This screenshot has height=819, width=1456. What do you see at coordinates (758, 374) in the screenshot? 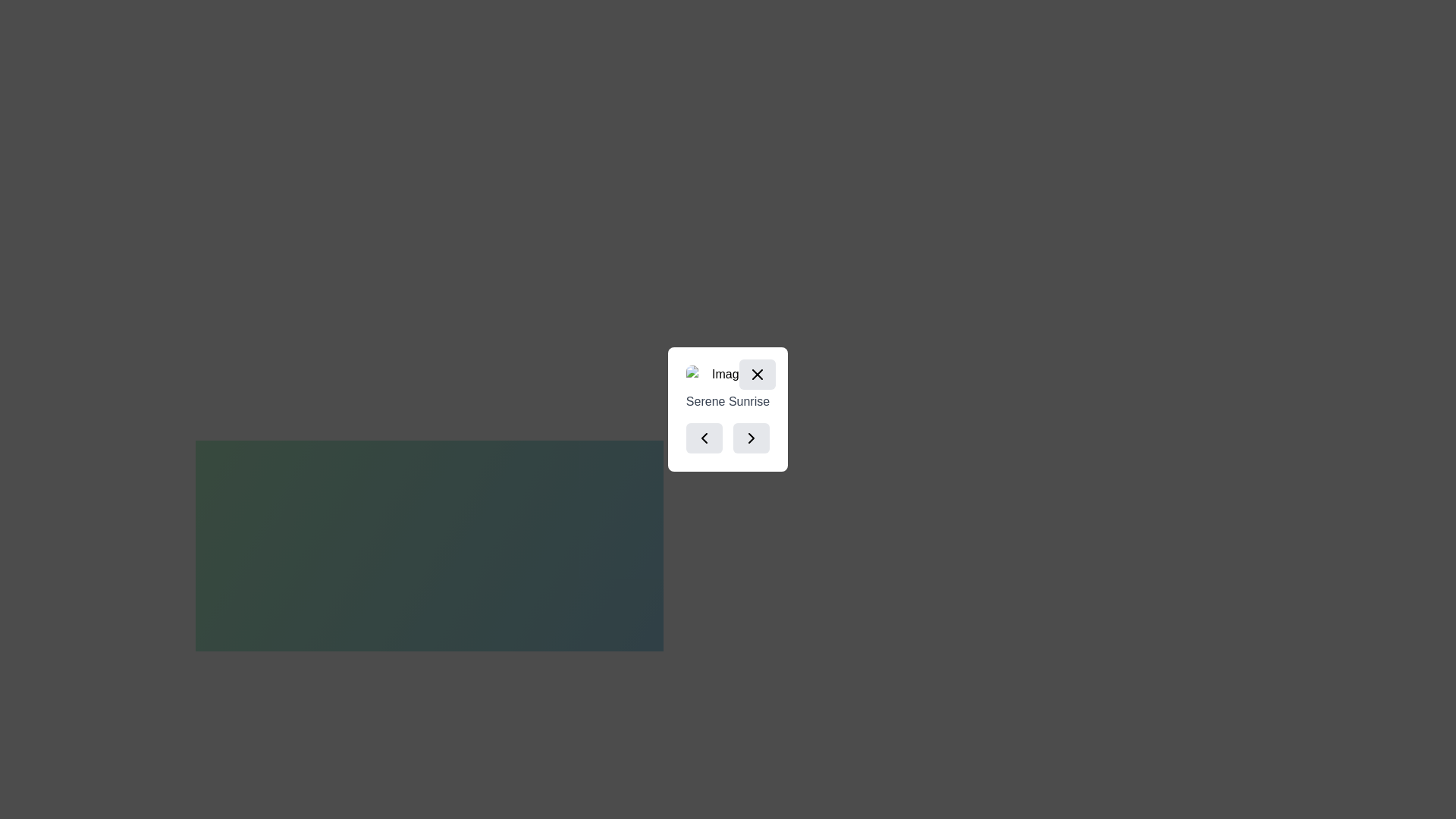
I see `the close button represented by a small square icon with an 'X' symbol located at the top-right corner of the floating card overlay` at bounding box center [758, 374].